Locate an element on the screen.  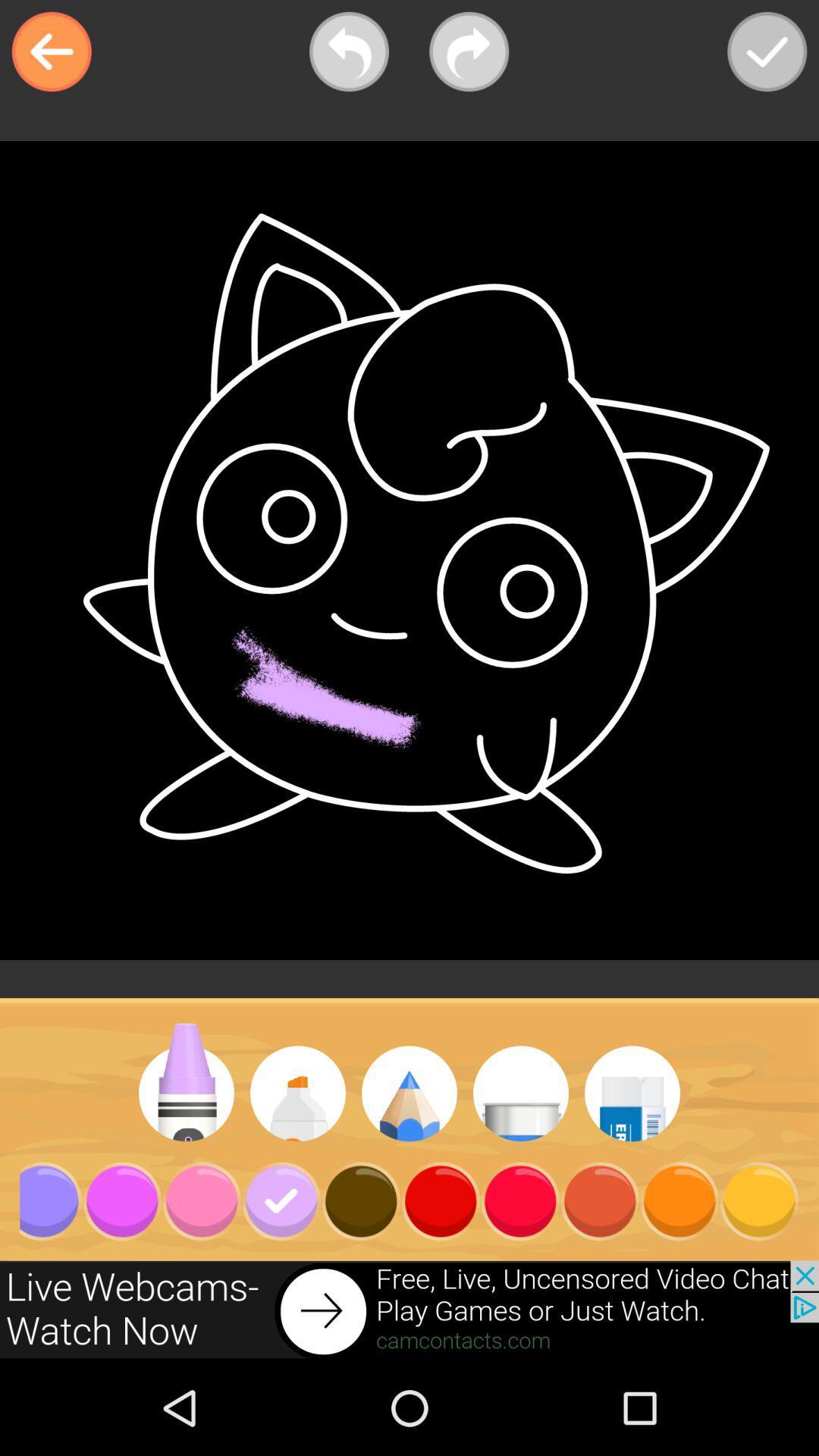
the icon at the top right corner is located at coordinates (767, 52).